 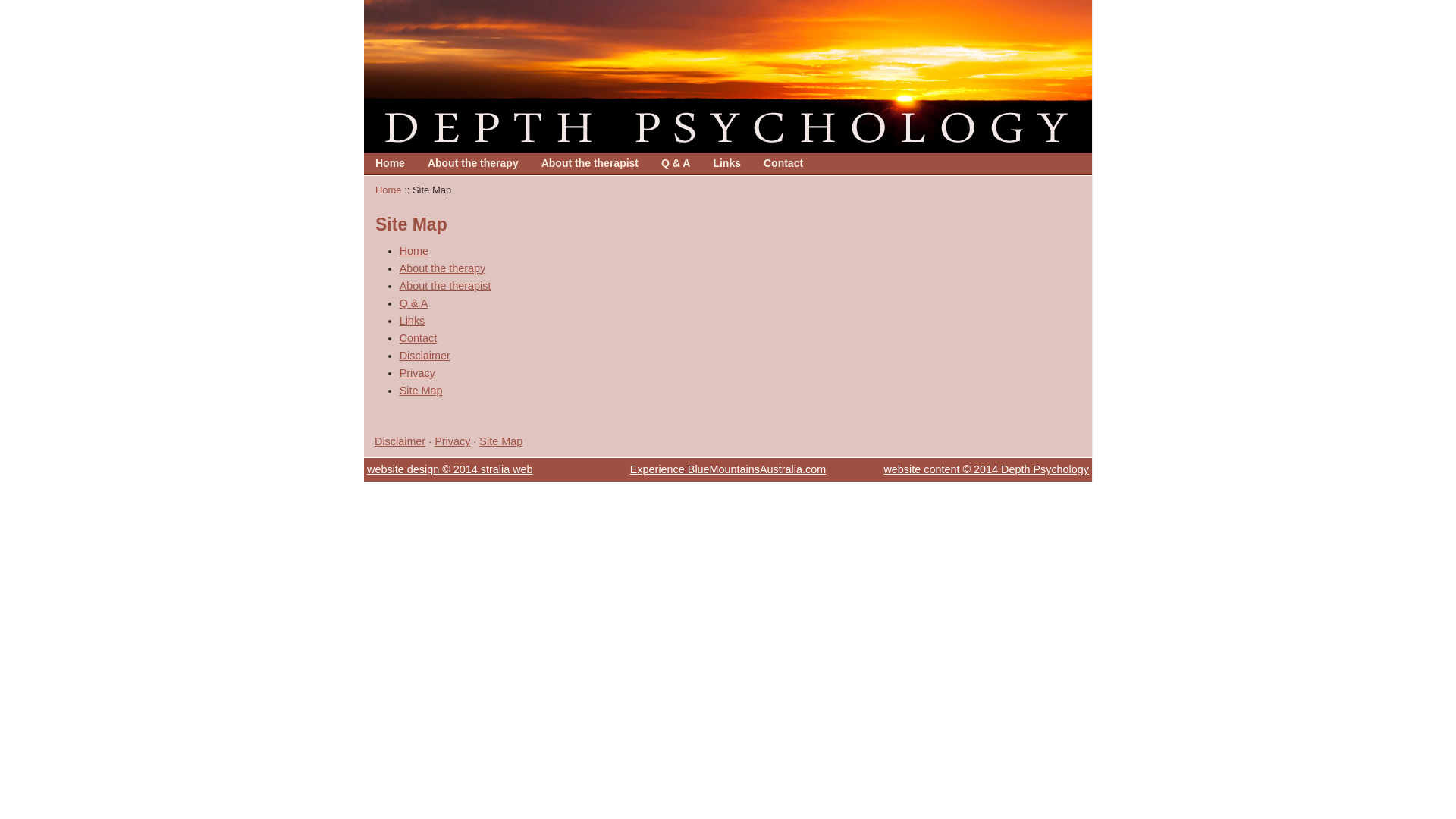 What do you see at coordinates (500, 441) in the screenshot?
I see `'Site Map'` at bounding box center [500, 441].